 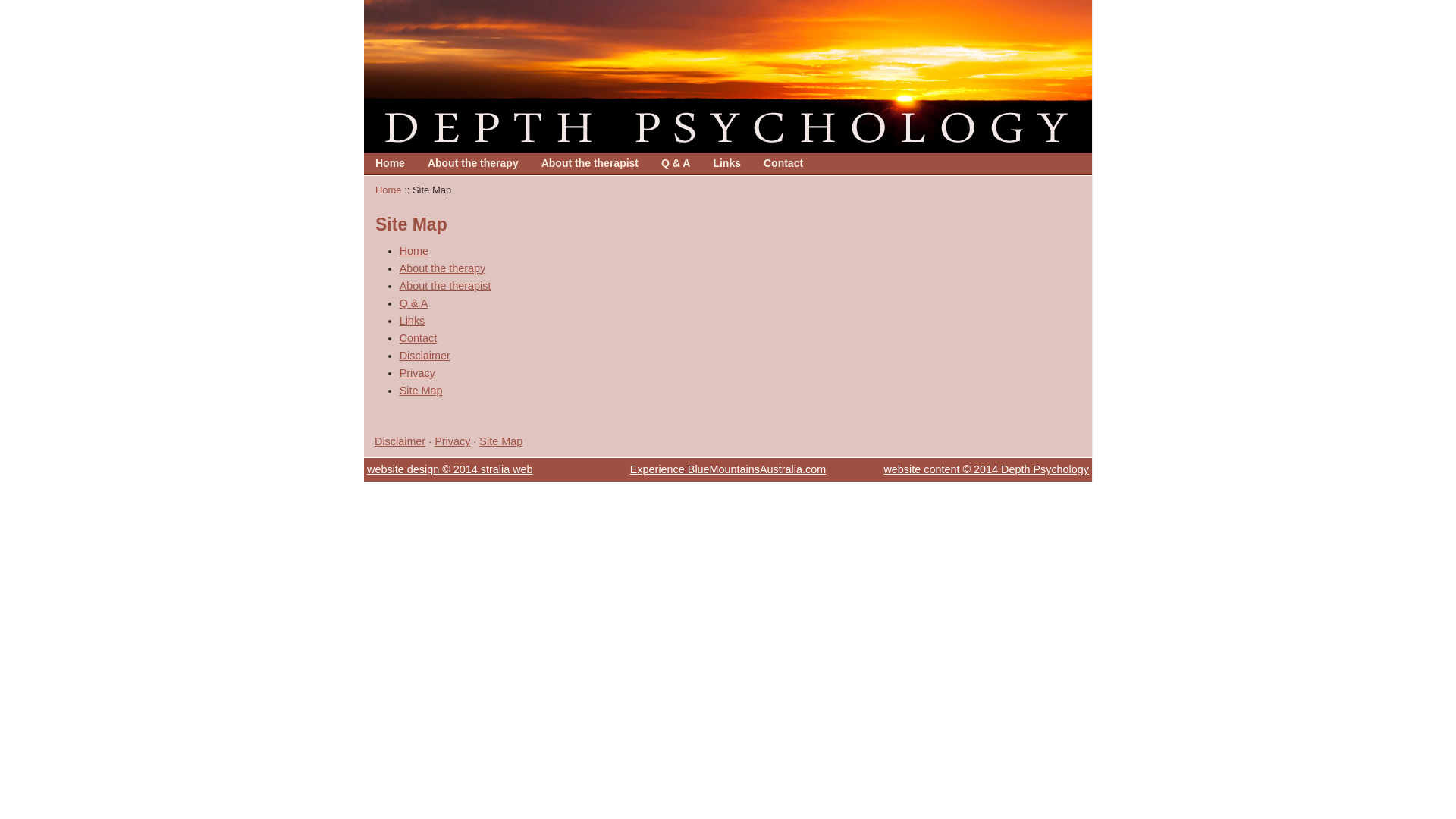 What do you see at coordinates (500, 441) in the screenshot?
I see `'Site Map'` at bounding box center [500, 441].